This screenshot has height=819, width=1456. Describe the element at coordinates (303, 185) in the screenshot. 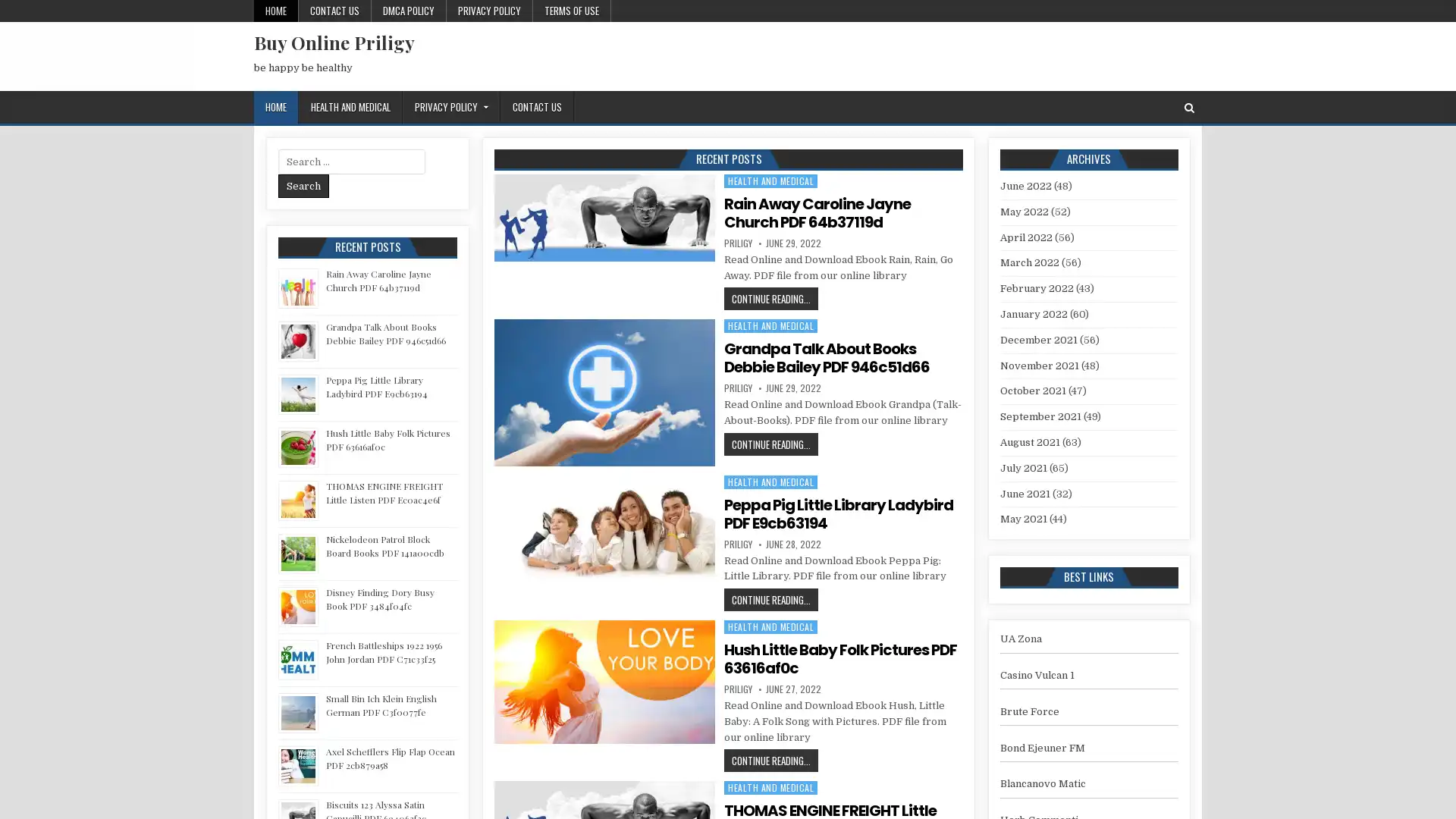

I see `Search` at that location.